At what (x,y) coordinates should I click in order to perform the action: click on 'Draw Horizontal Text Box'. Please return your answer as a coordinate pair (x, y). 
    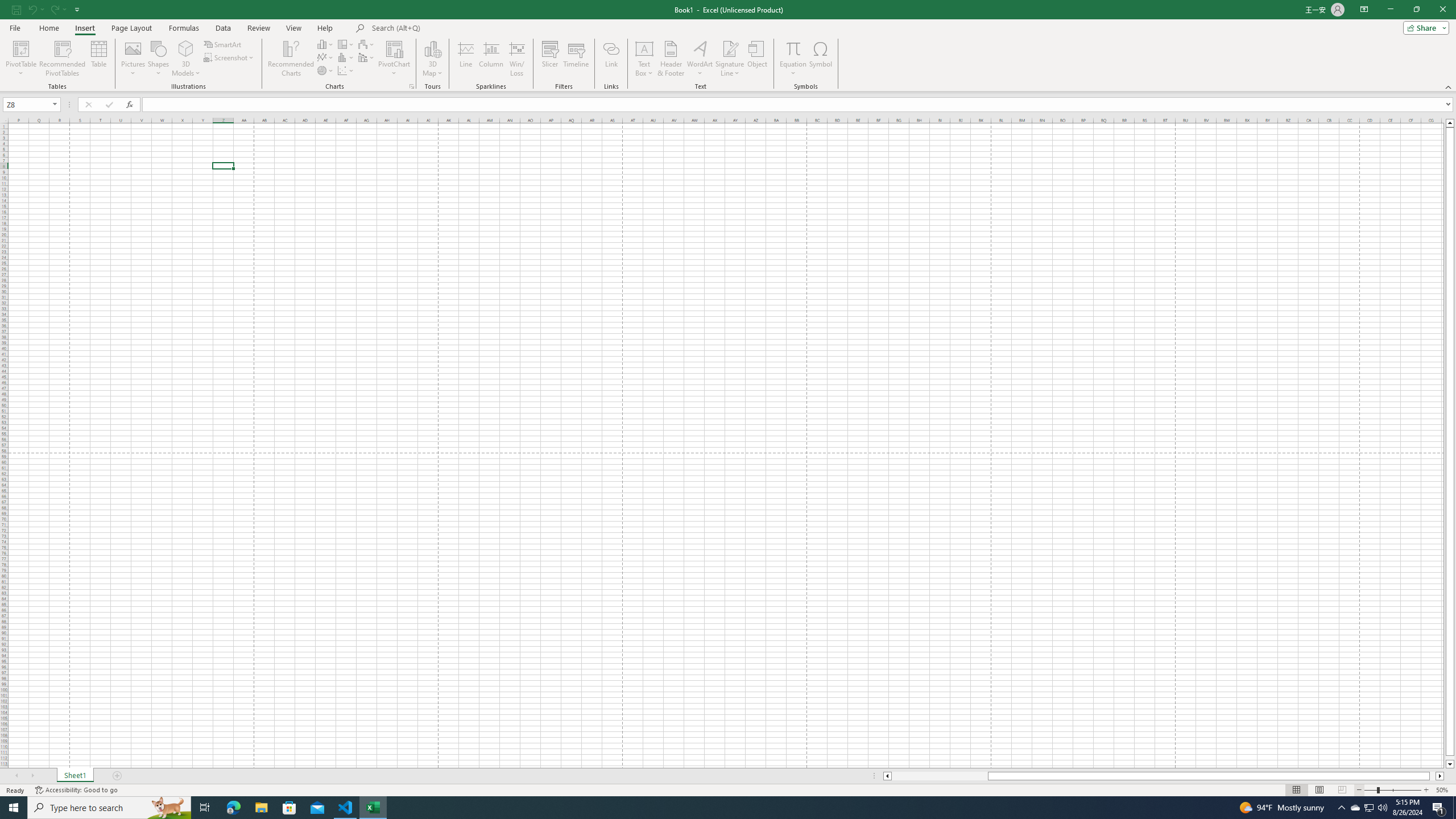
    Looking at the image, I should click on (644, 48).